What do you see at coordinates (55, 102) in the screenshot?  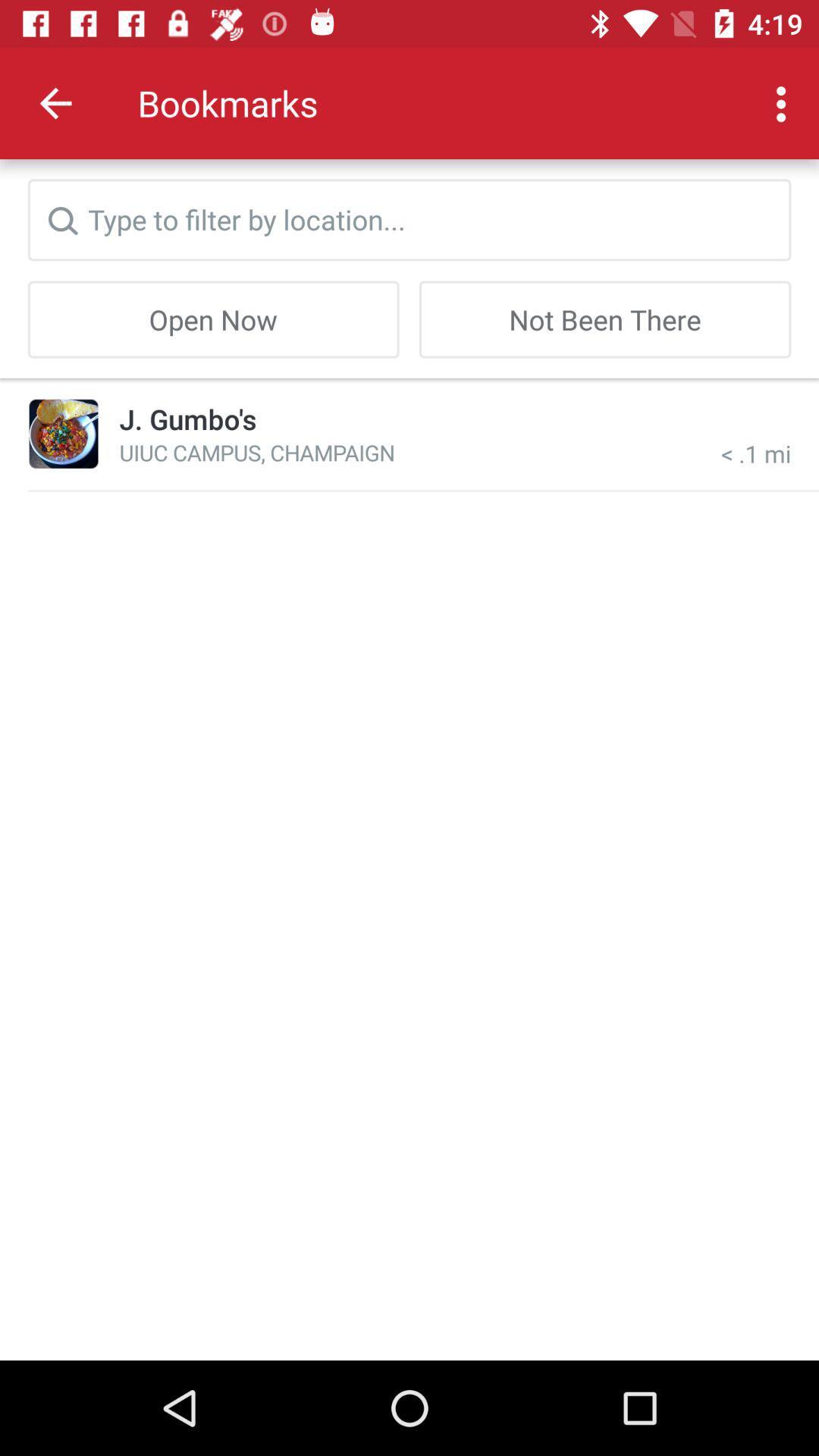 I see `item to the left of bookmarks item` at bounding box center [55, 102].